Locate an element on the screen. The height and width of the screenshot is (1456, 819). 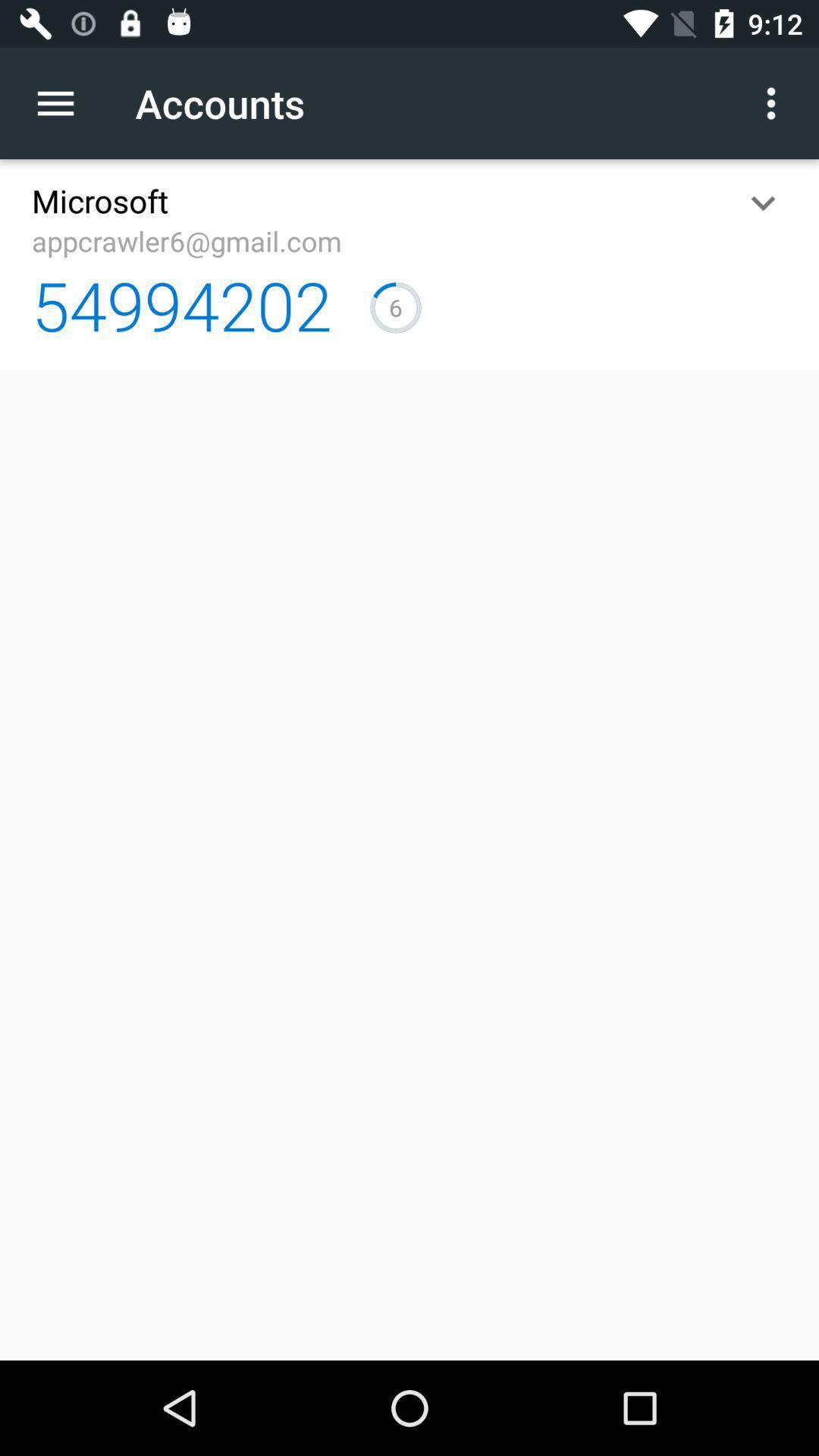
item below microsoft icon is located at coordinates (186, 240).